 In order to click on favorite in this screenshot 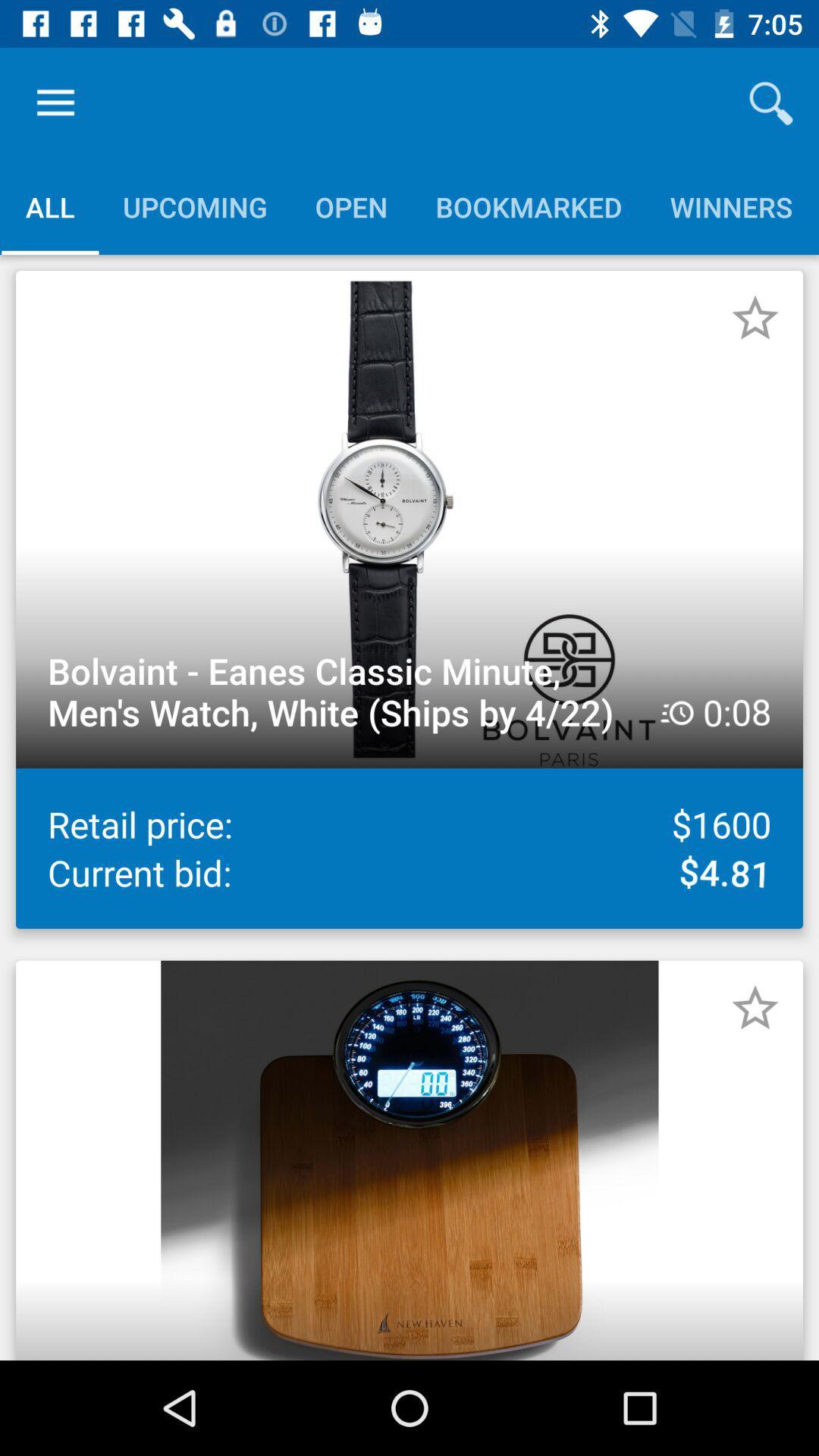, I will do `click(755, 318)`.